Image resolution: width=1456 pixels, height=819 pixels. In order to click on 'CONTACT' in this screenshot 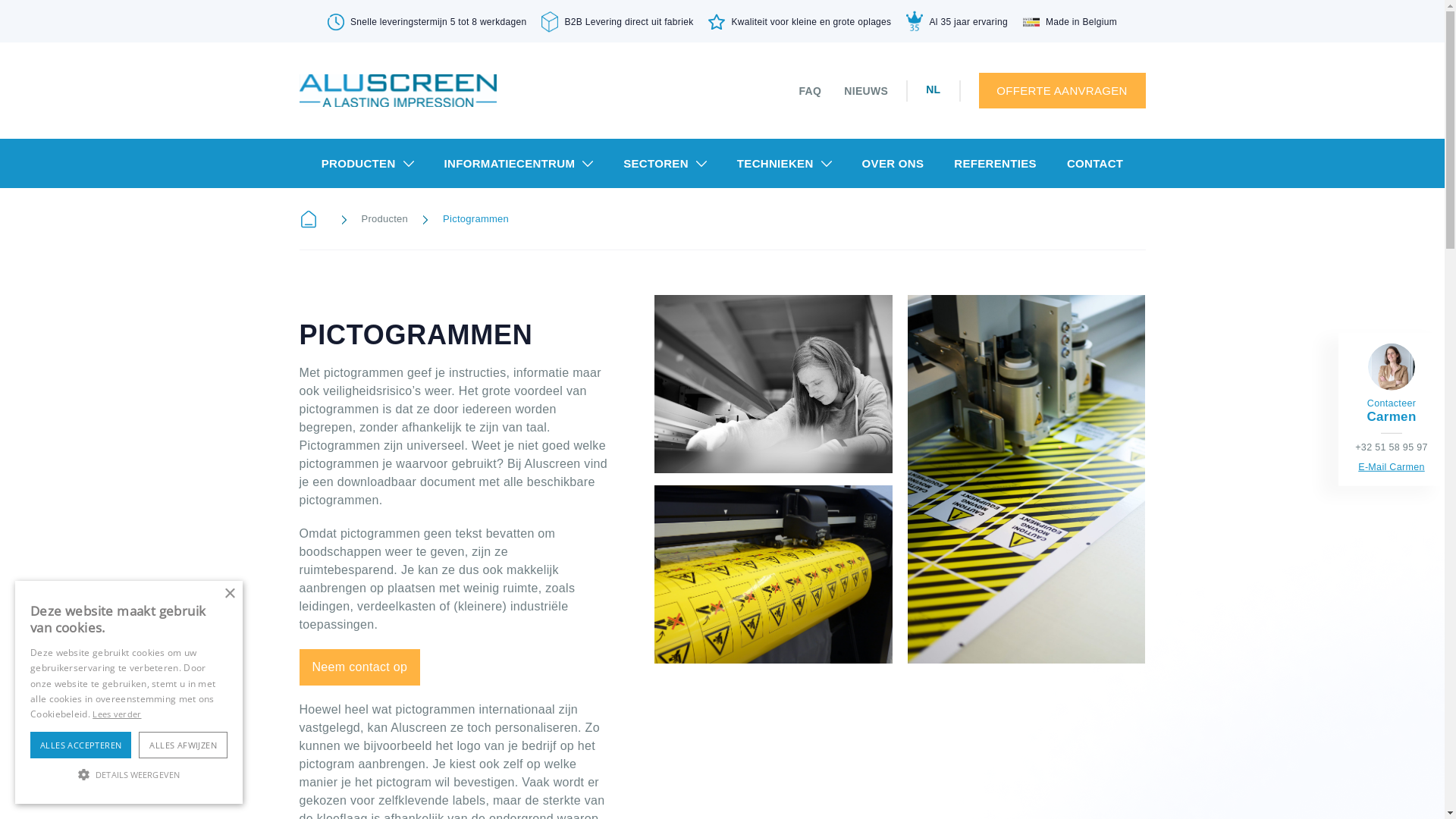, I will do `click(1095, 163)`.